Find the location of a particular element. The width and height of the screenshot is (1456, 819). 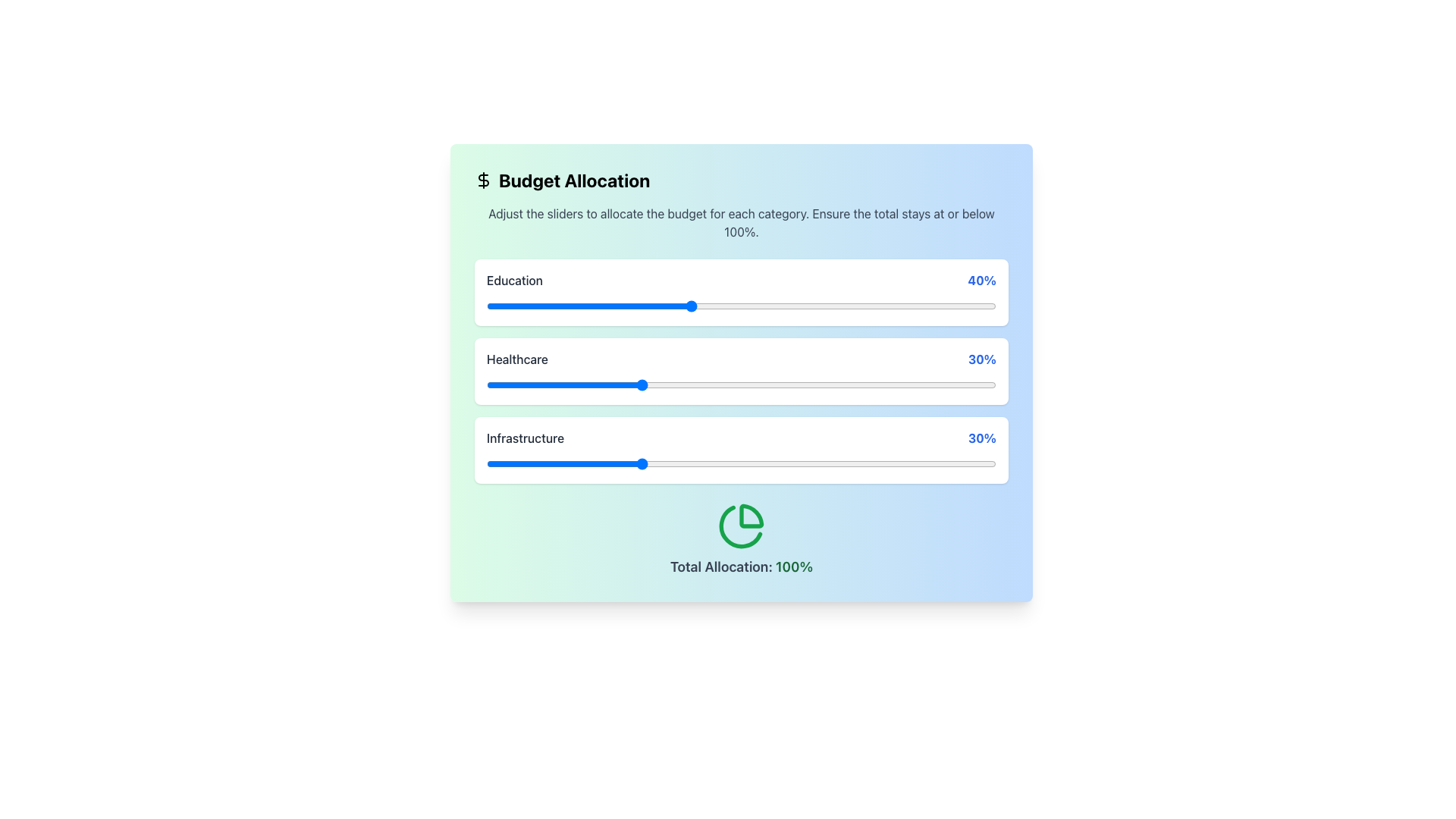

the Education allocation slider is located at coordinates (971, 306).